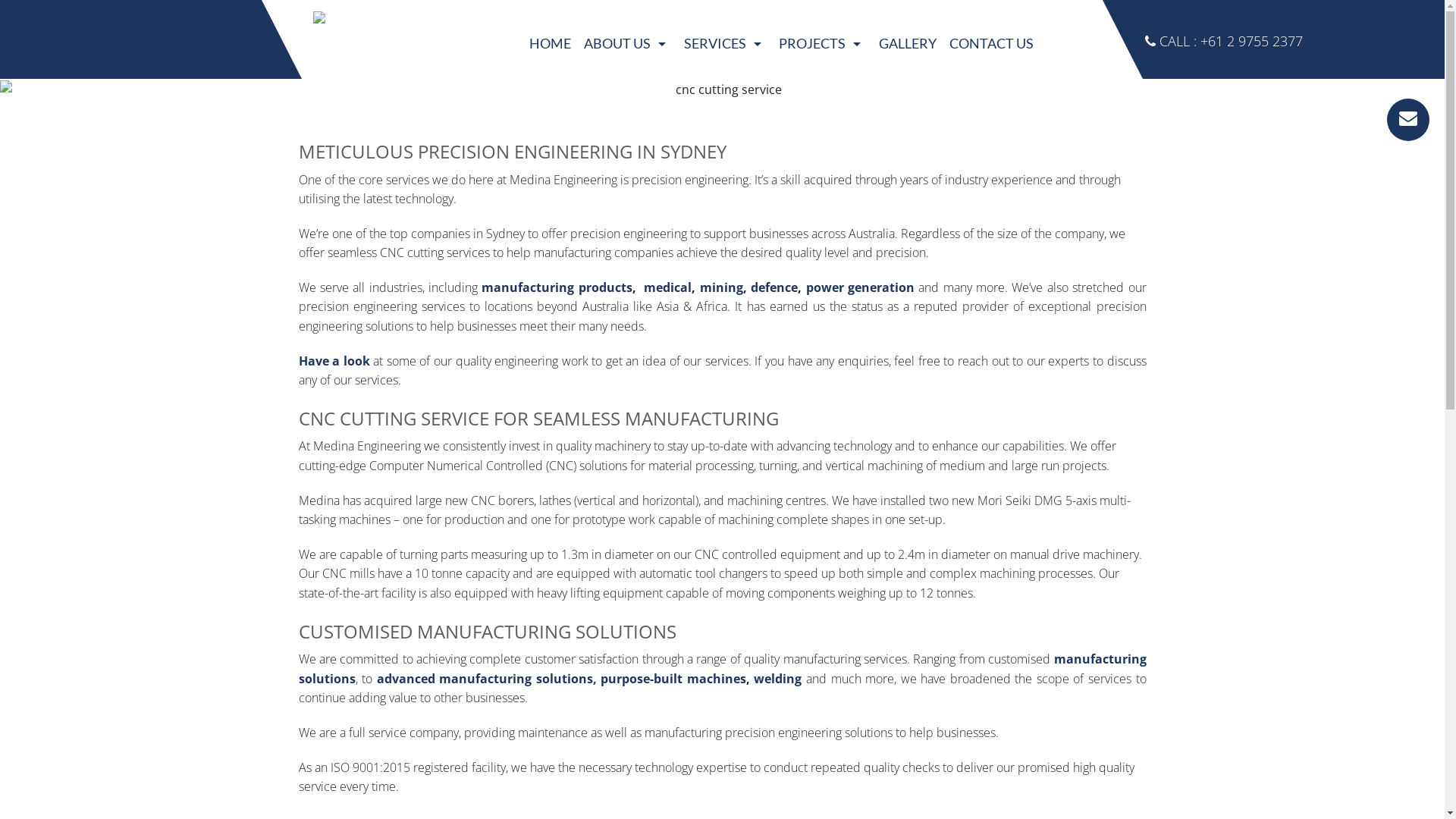 The width and height of the screenshot is (1456, 819). I want to click on 'CONTACT US', so click(992, 42).